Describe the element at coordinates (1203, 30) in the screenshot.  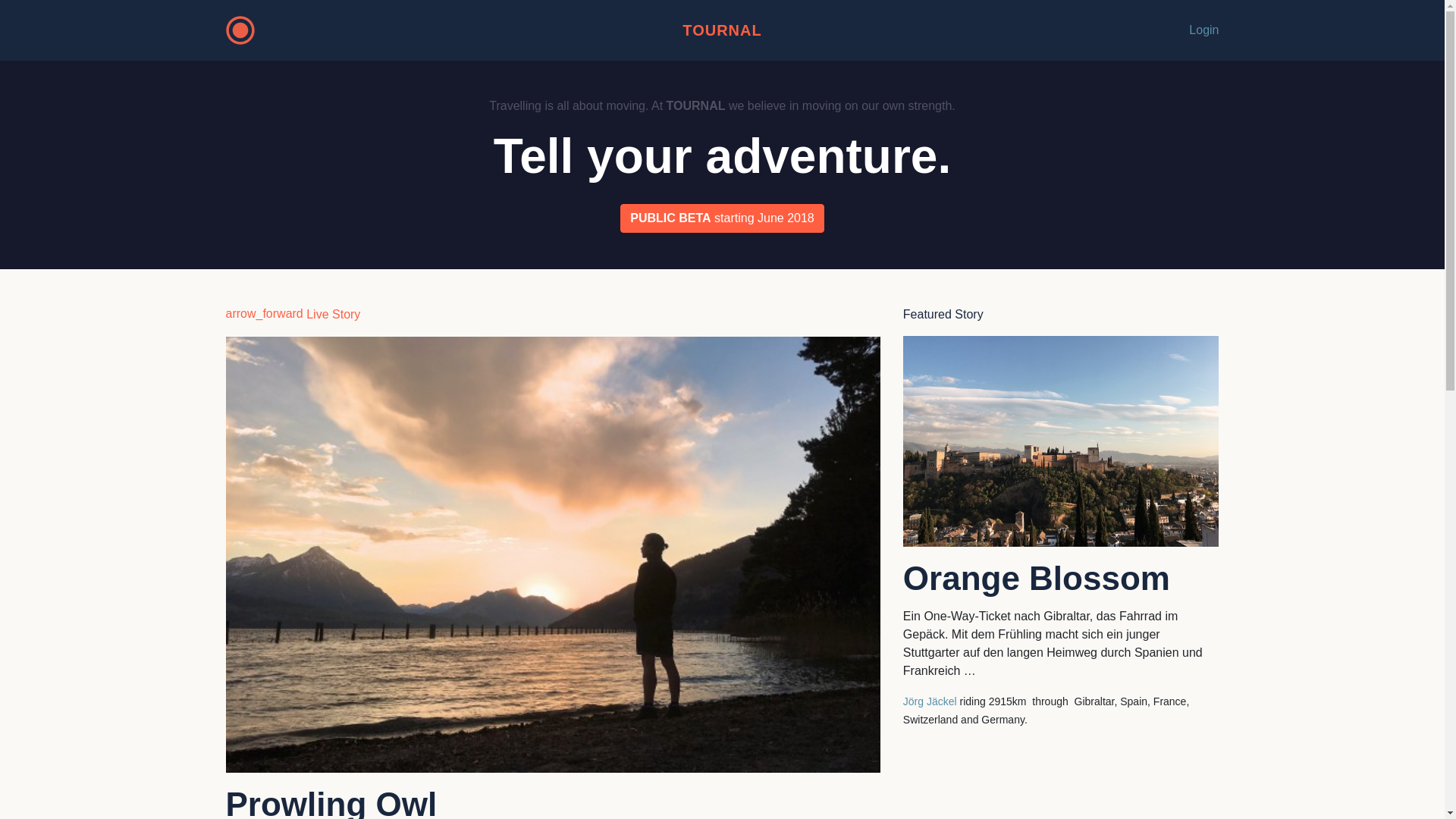
I see `'Login'` at that location.